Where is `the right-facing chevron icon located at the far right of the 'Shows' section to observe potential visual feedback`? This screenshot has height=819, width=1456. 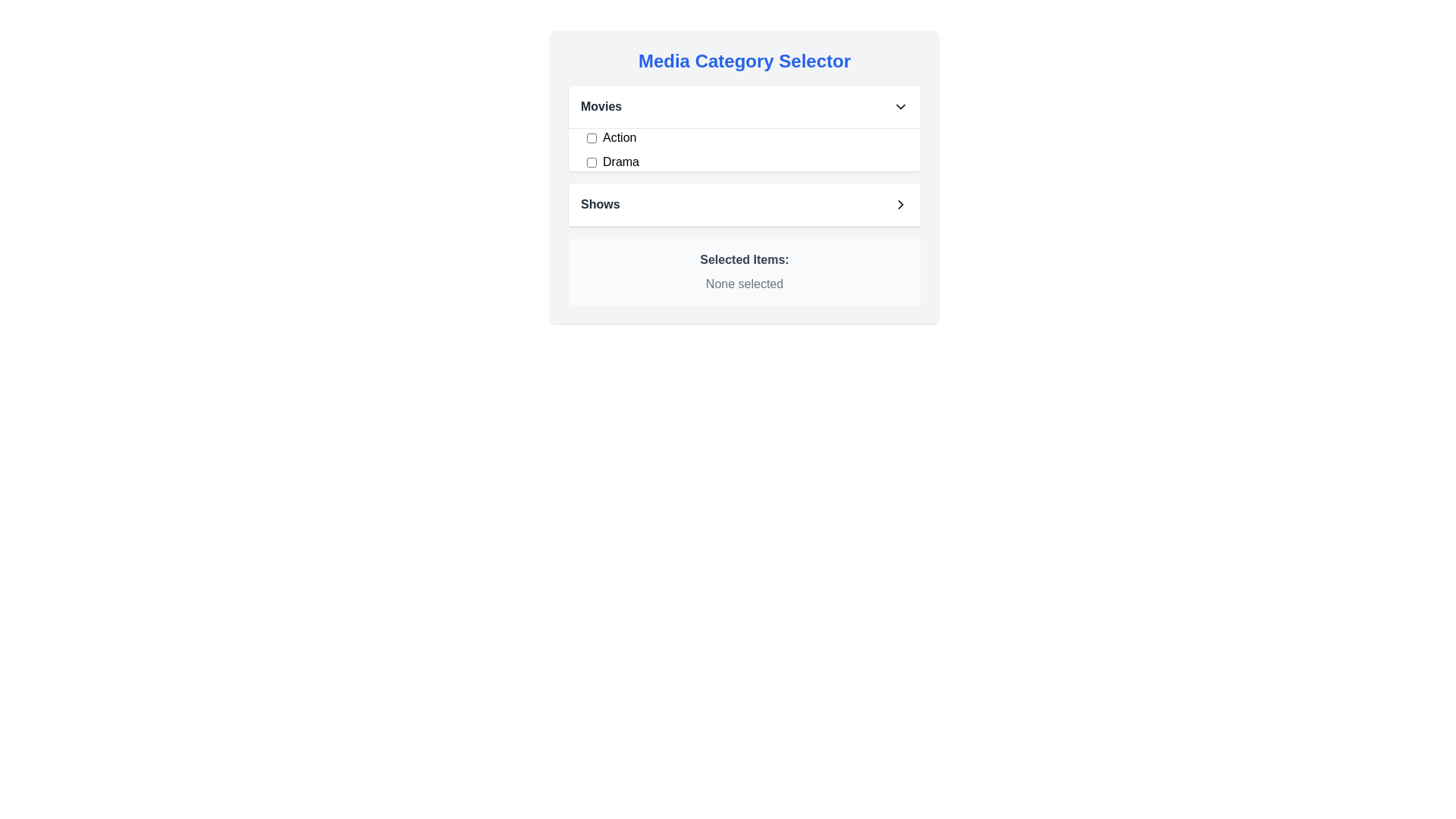
the right-facing chevron icon located at the far right of the 'Shows' section to observe potential visual feedback is located at coordinates (901, 205).